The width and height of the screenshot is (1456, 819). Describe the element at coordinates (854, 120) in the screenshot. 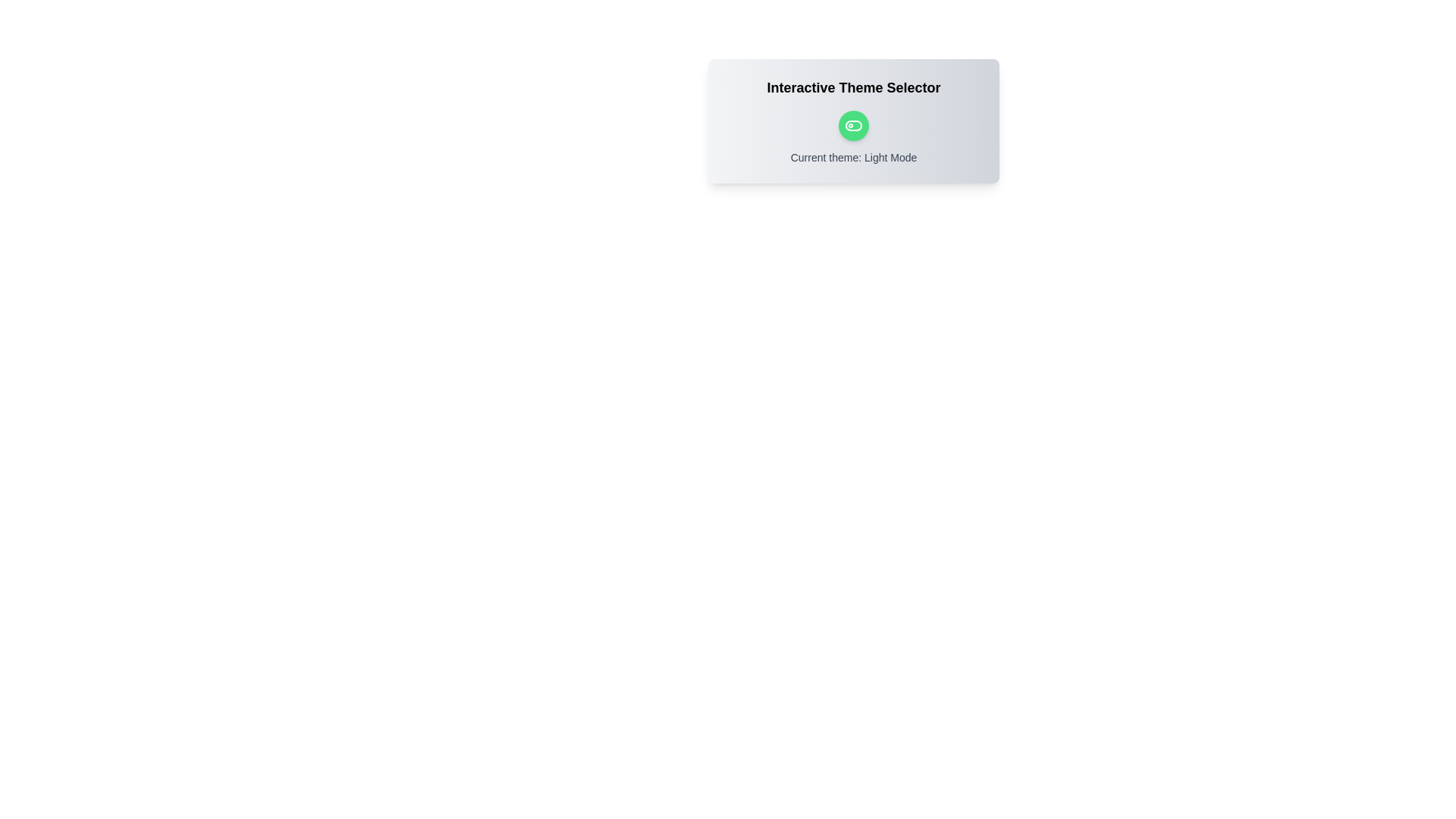

I see `the theme selector module's text` at that location.